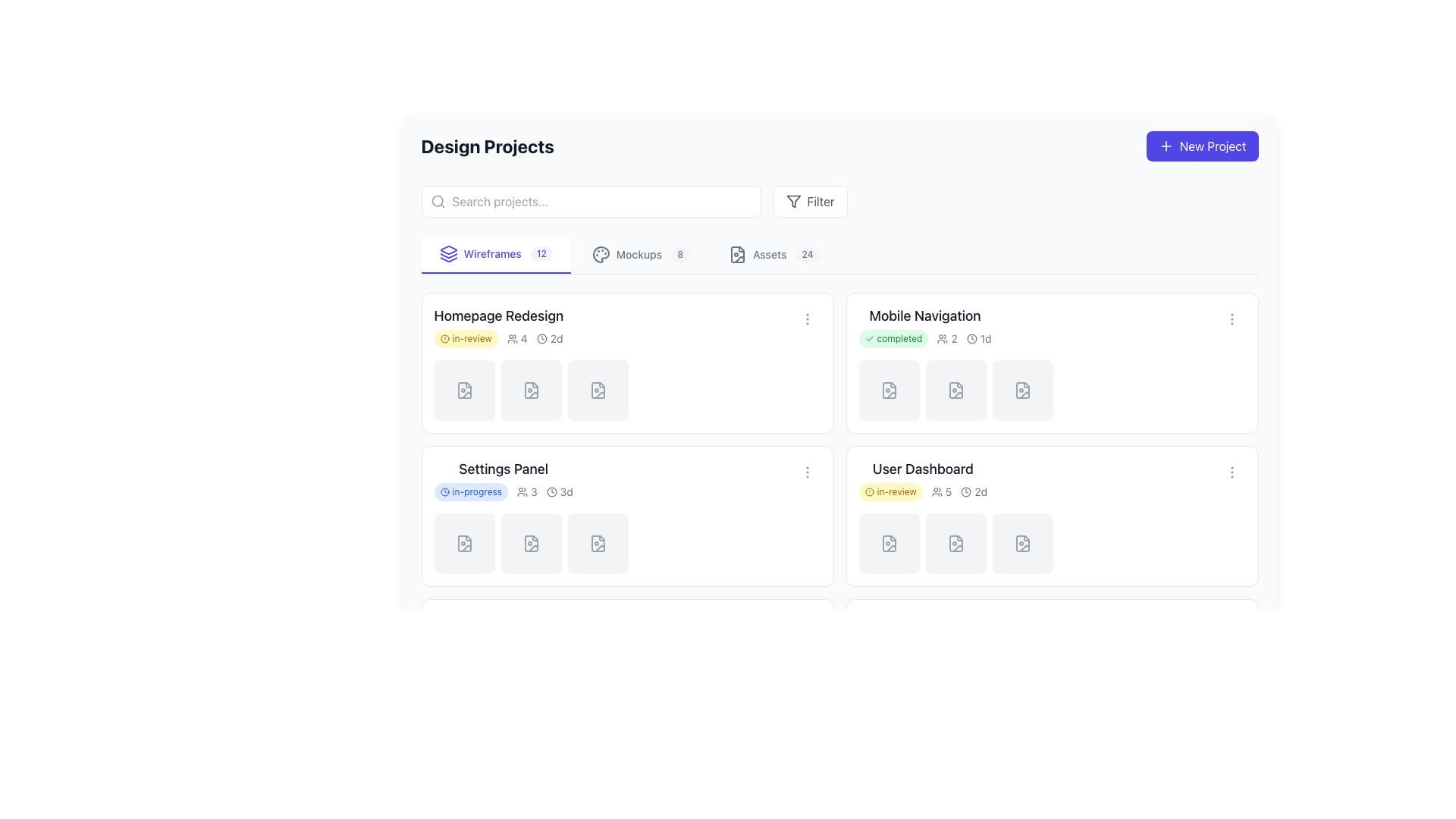 The width and height of the screenshot is (1456, 819). Describe the element at coordinates (465, 338) in the screenshot. I see `status text of the 'in-review' badge located in the header area of the 'Homepage Redesign' project card in the 'Design Projects' section` at that location.